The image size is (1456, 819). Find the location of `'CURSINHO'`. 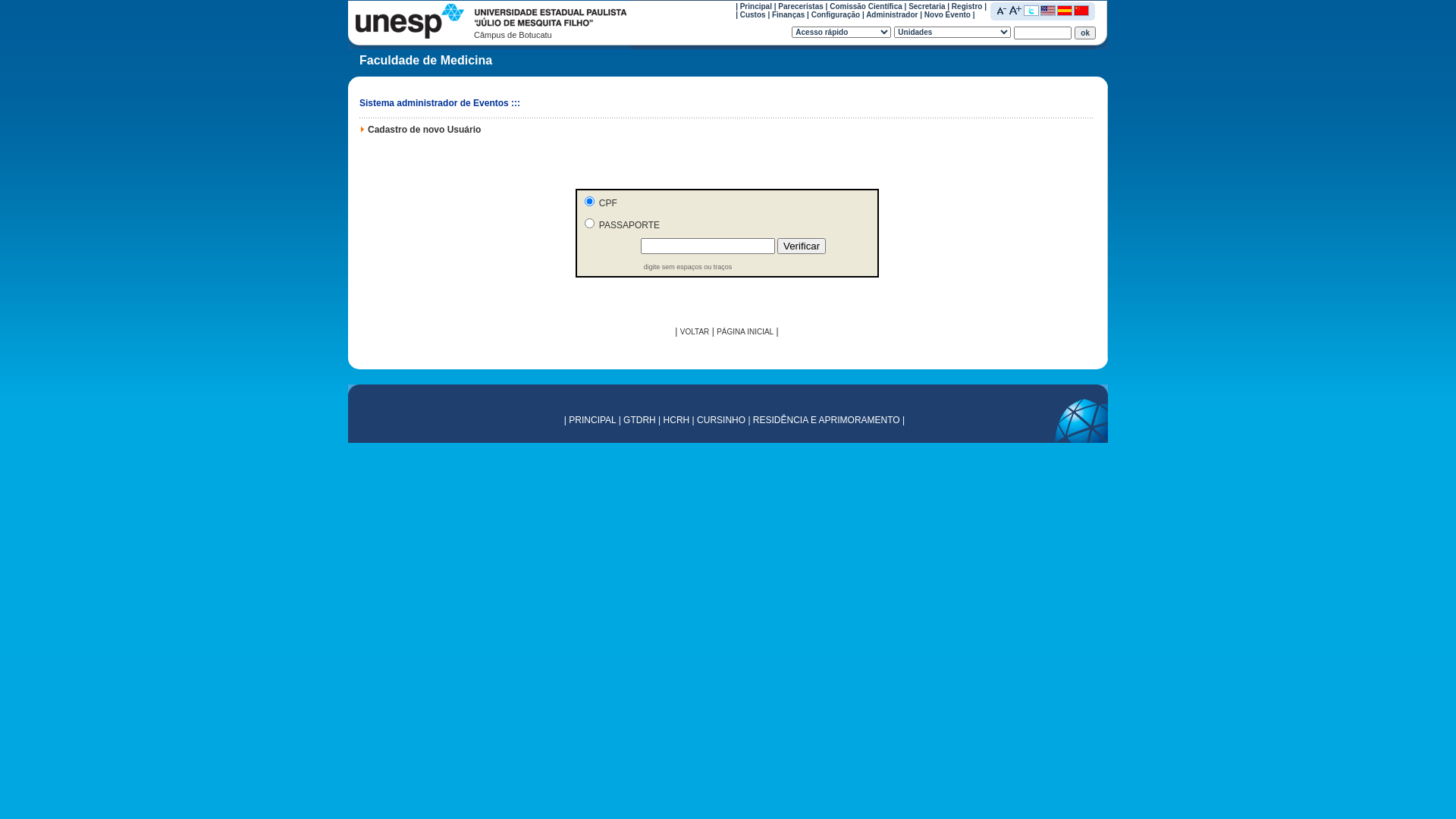

'CURSINHO' is located at coordinates (720, 420).